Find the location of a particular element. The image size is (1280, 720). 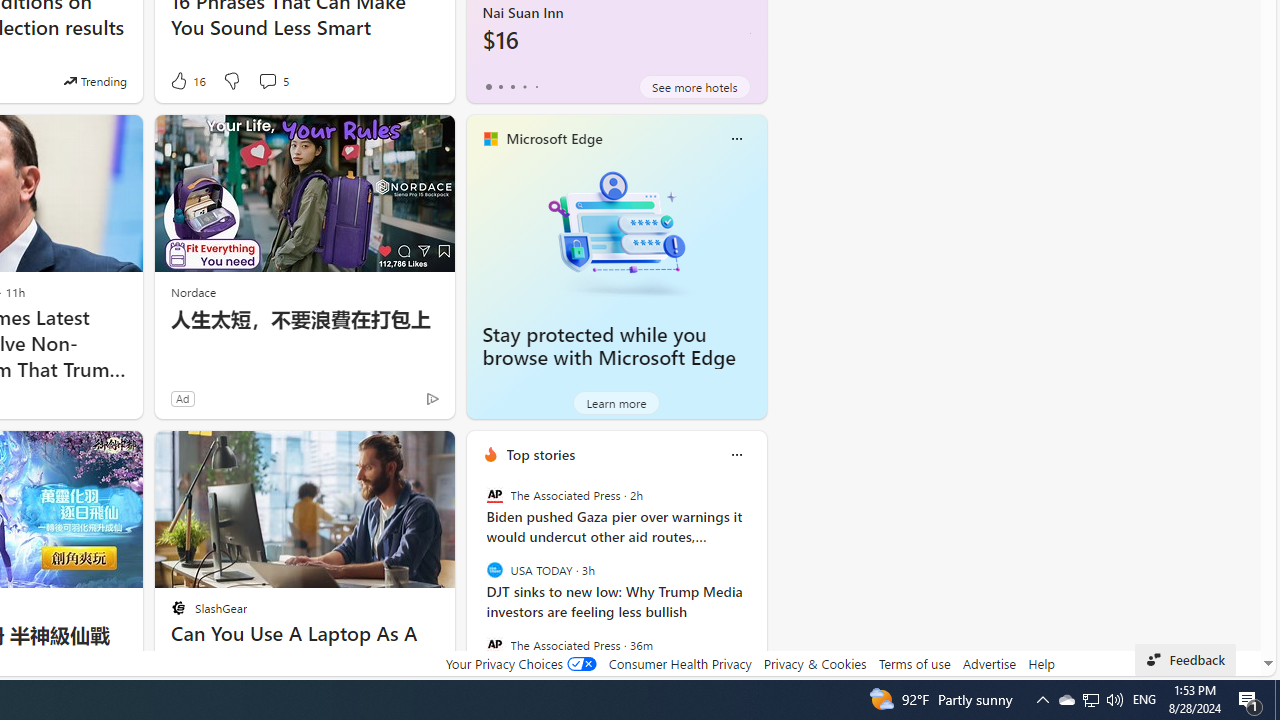

'Feedback' is located at coordinates (1185, 659).